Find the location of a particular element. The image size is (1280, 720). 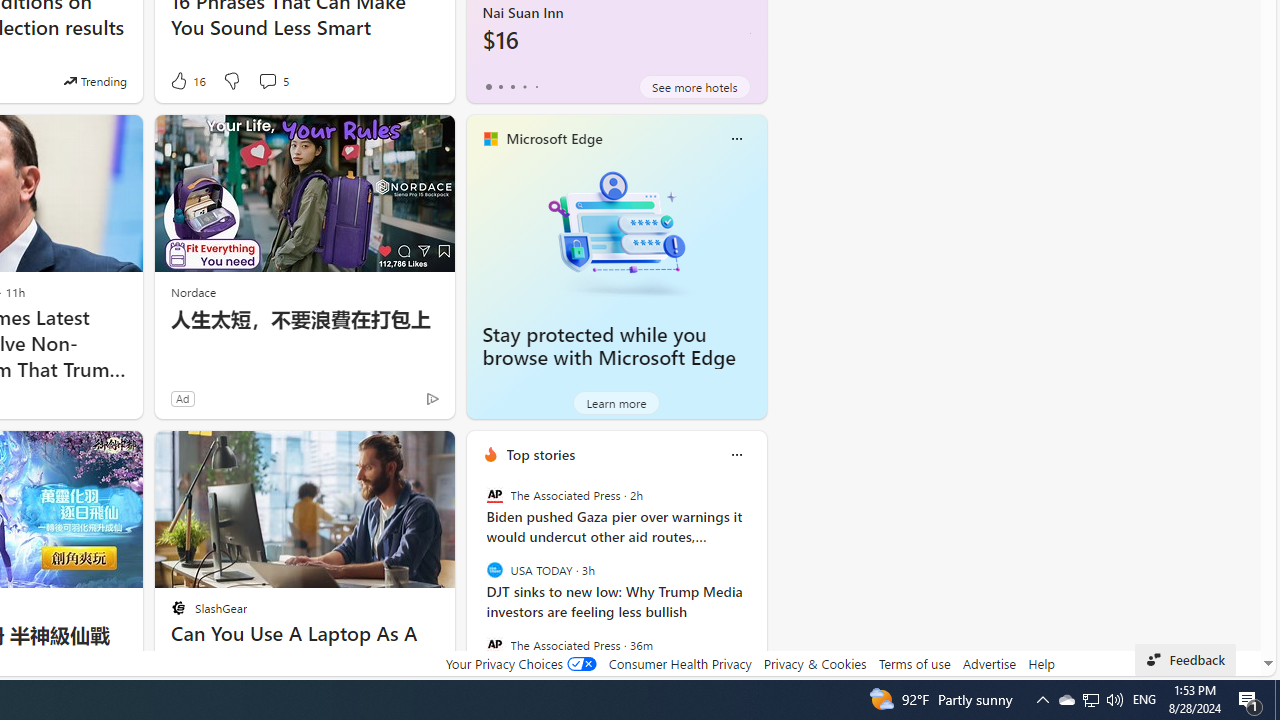

'Feedback' is located at coordinates (1185, 659).